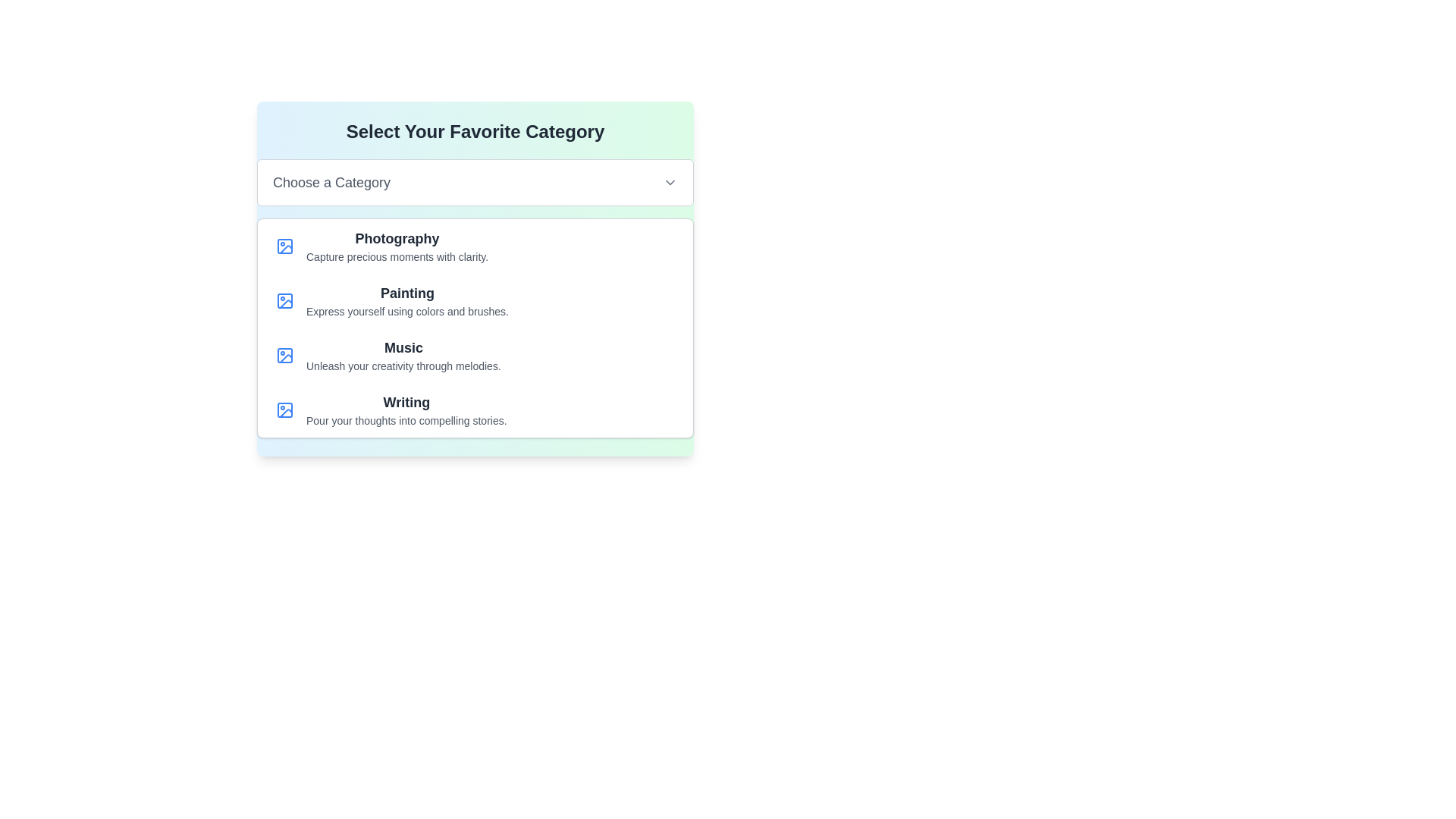  Describe the element at coordinates (403, 348) in the screenshot. I see `text of the bold, black 'Music' label, which is the third item in a vertical list of categories, located between 'Painting' and 'Writing'` at that location.